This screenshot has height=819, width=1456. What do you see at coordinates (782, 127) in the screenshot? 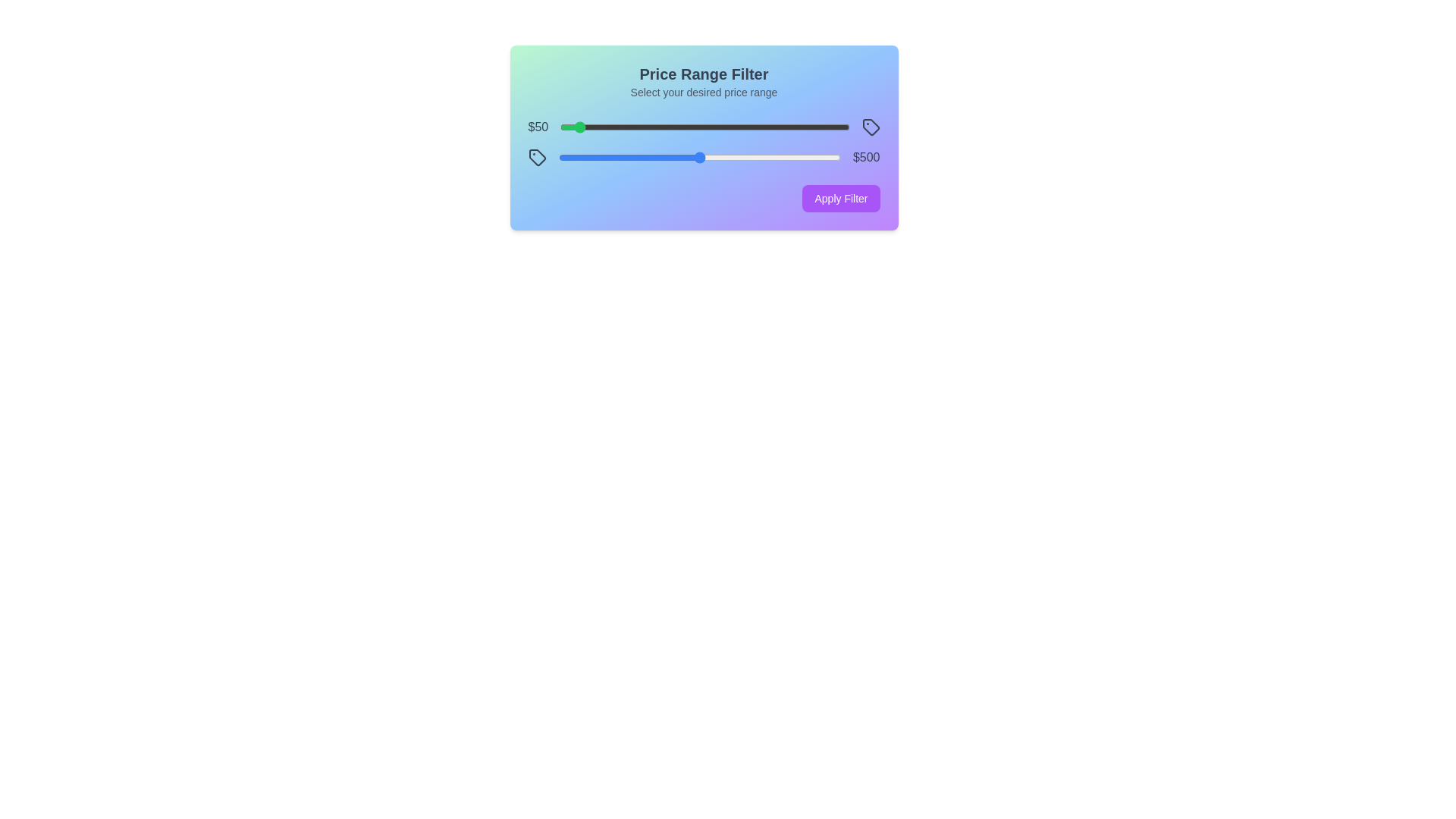
I see `the minimum price slider to 767` at bounding box center [782, 127].